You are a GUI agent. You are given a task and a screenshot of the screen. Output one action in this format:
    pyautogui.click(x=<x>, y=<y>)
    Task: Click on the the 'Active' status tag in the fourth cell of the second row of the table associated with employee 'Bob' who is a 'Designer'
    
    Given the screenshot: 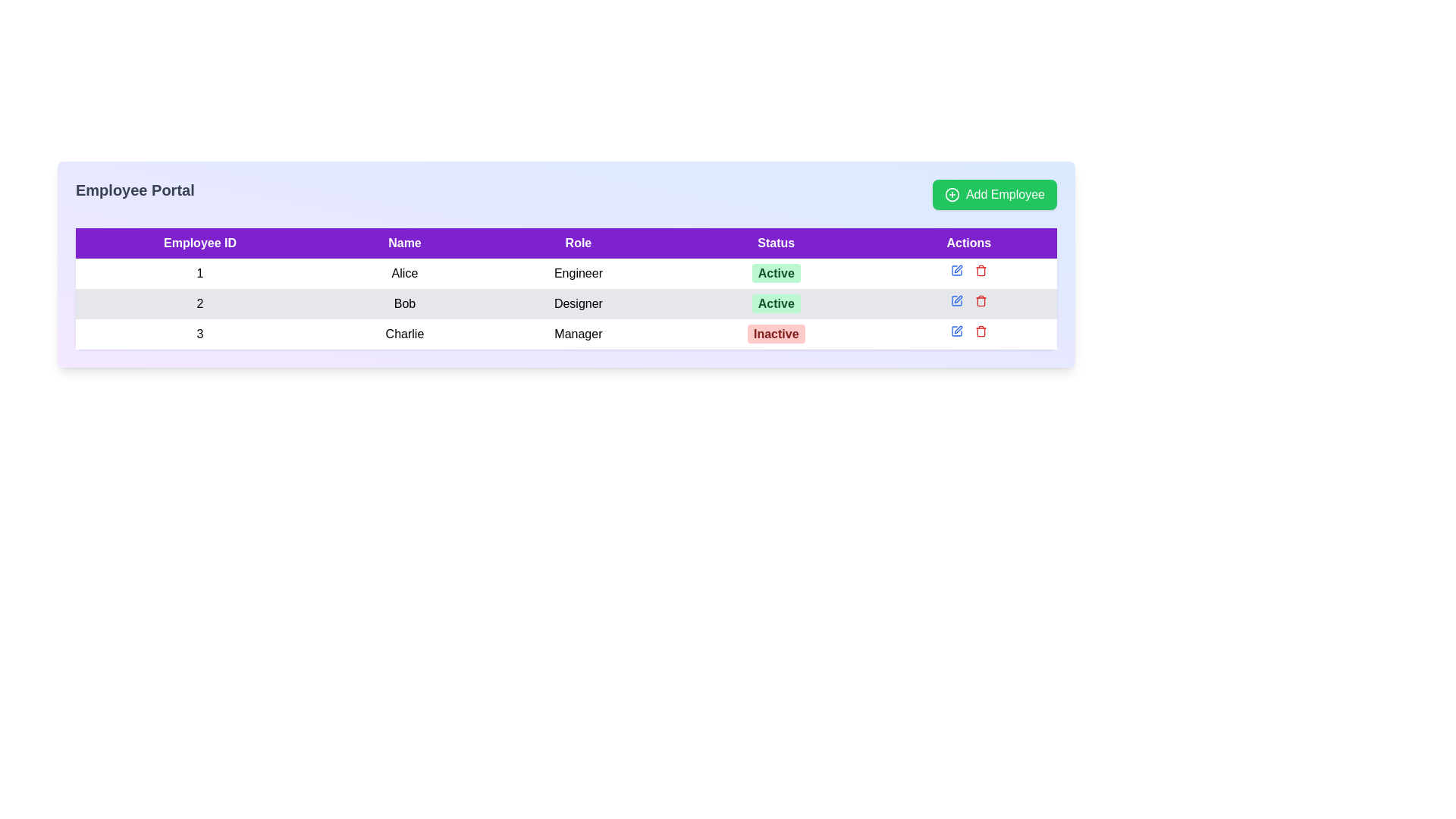 What is the action you would take?
    pyautogui.click(x=776, y=304)
    